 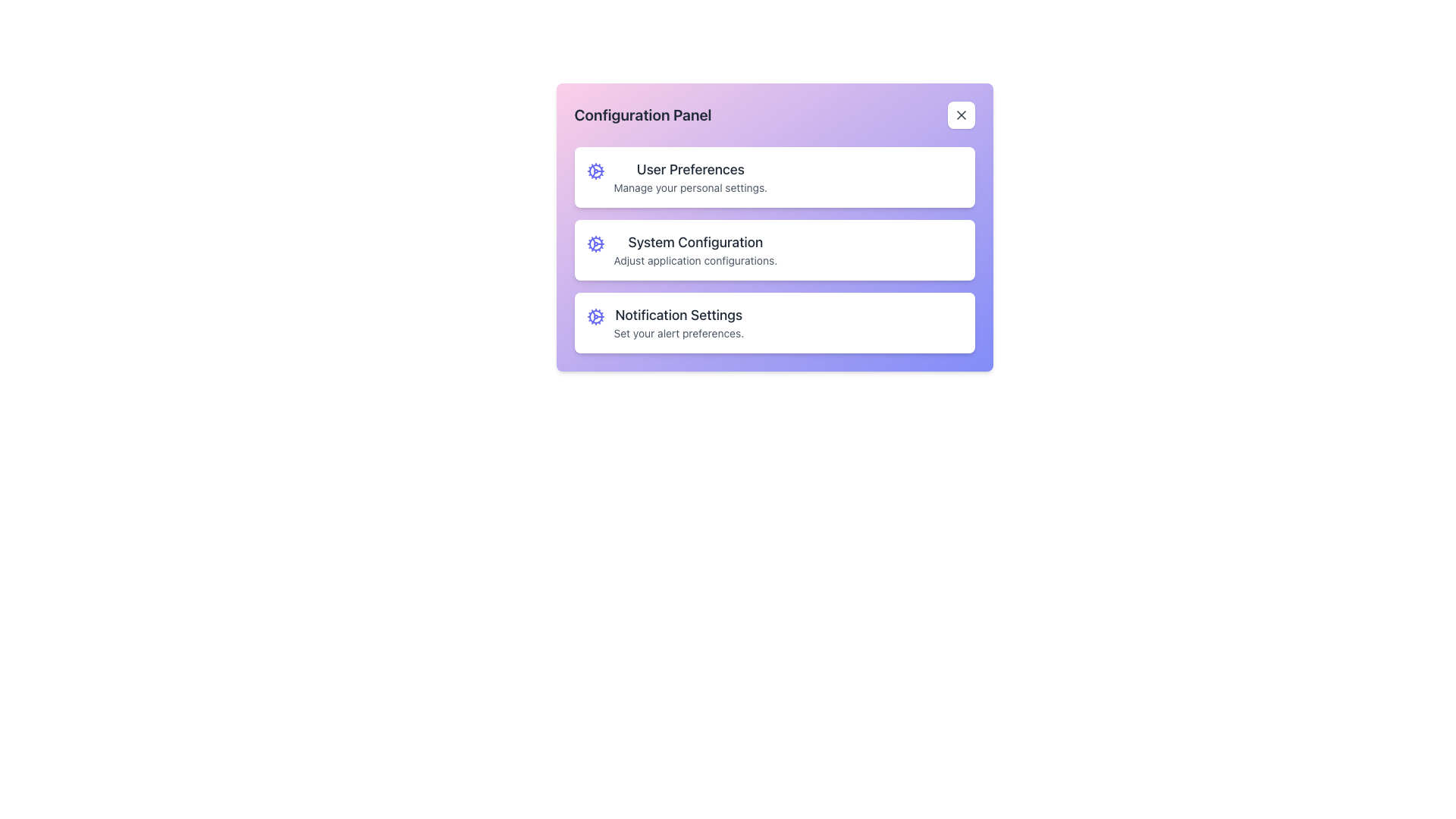 What do you see at coordinates (960, 114) in the screenshot?
I see `the Close or cancel icon, represented by an 'X' in the top-right corner of the configuration panel, which is styled with thin lines and no fill color` at bounding box center [960, 114].